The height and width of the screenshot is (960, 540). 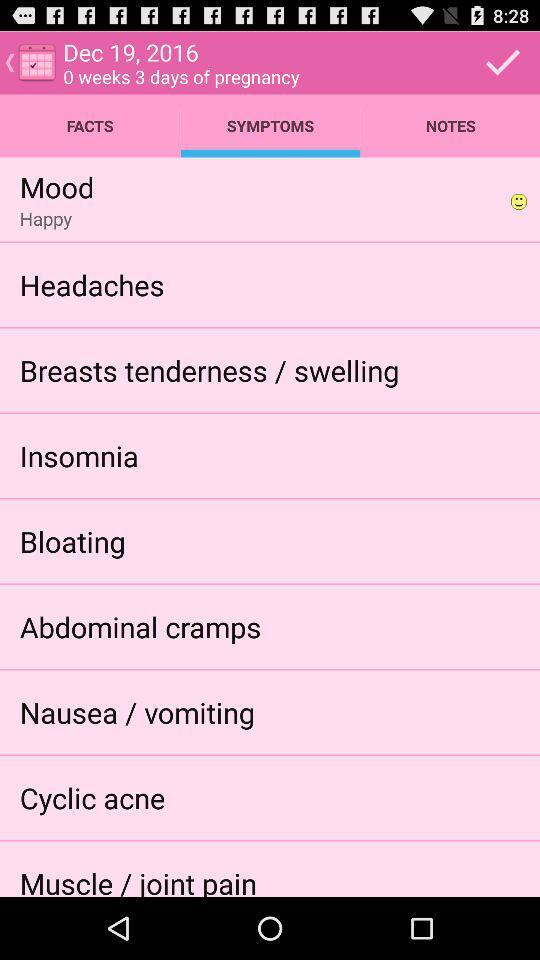 I want to click on confirm details and close page, so click(x=502, y=62).